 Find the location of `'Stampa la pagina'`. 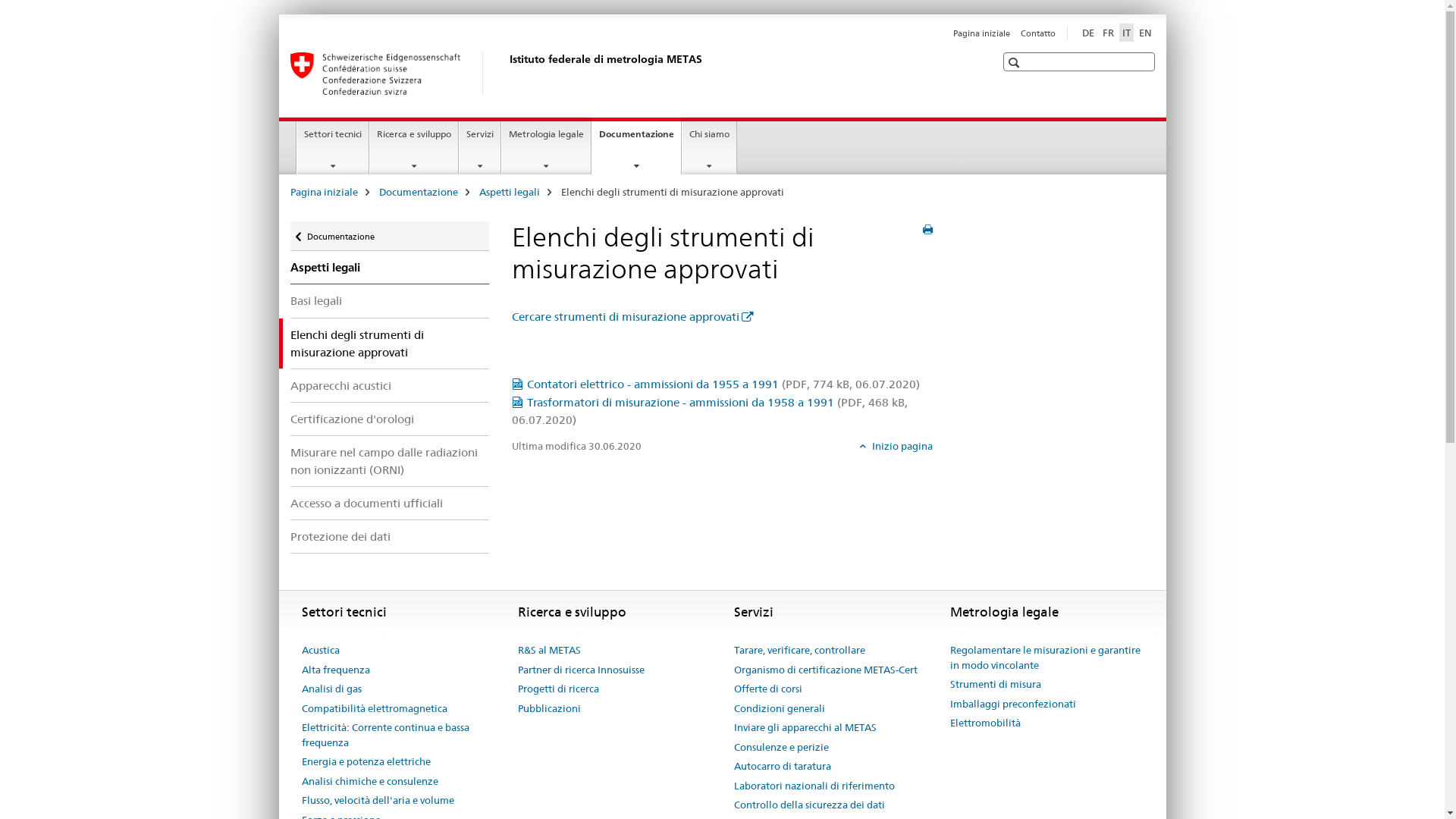

'Stampa la pagina' is located at coordinates (927, 230).